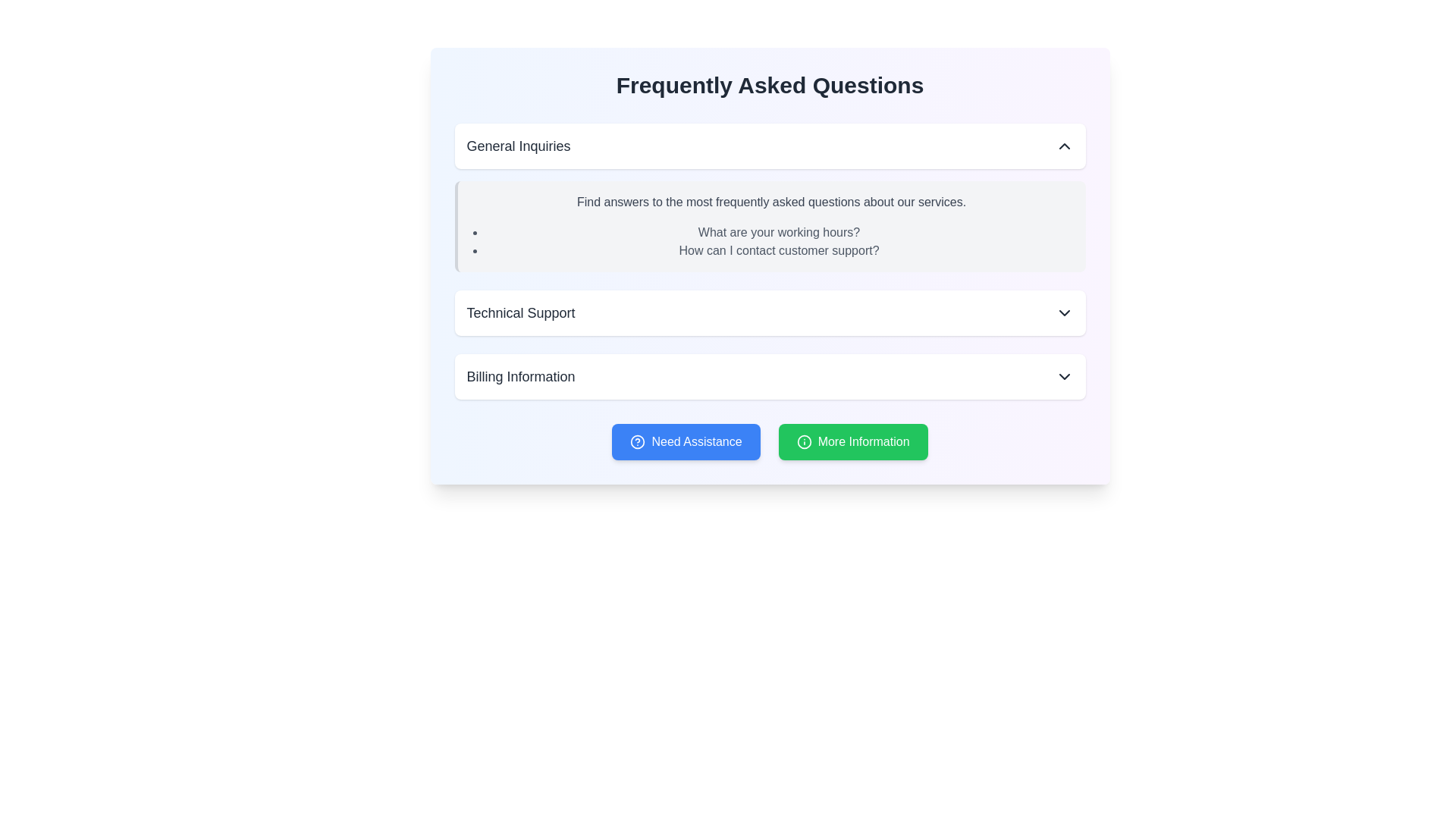 This screenshot has width=1456, height=819. Describe the element at coordinates (520, 376) in the screenshot. I see `the billing information label located under the 'Technical Support' section, which serves as a header for a dropdown or collapsible menu` at that location.